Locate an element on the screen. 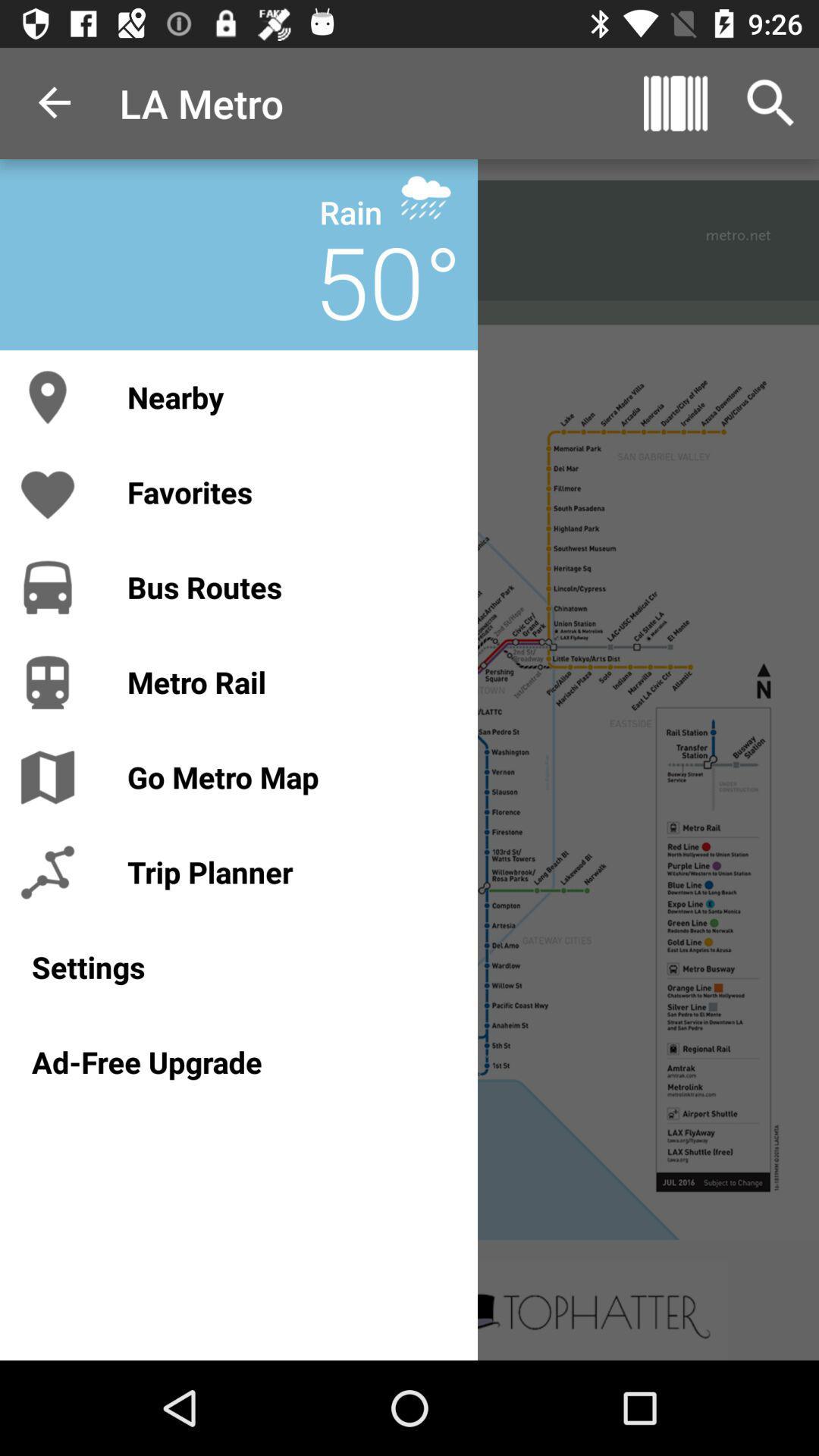 Image resolution: width=819 pixels, height=1456 pixels. the icon to the left of la metro item is located at coordinates (55, 102).